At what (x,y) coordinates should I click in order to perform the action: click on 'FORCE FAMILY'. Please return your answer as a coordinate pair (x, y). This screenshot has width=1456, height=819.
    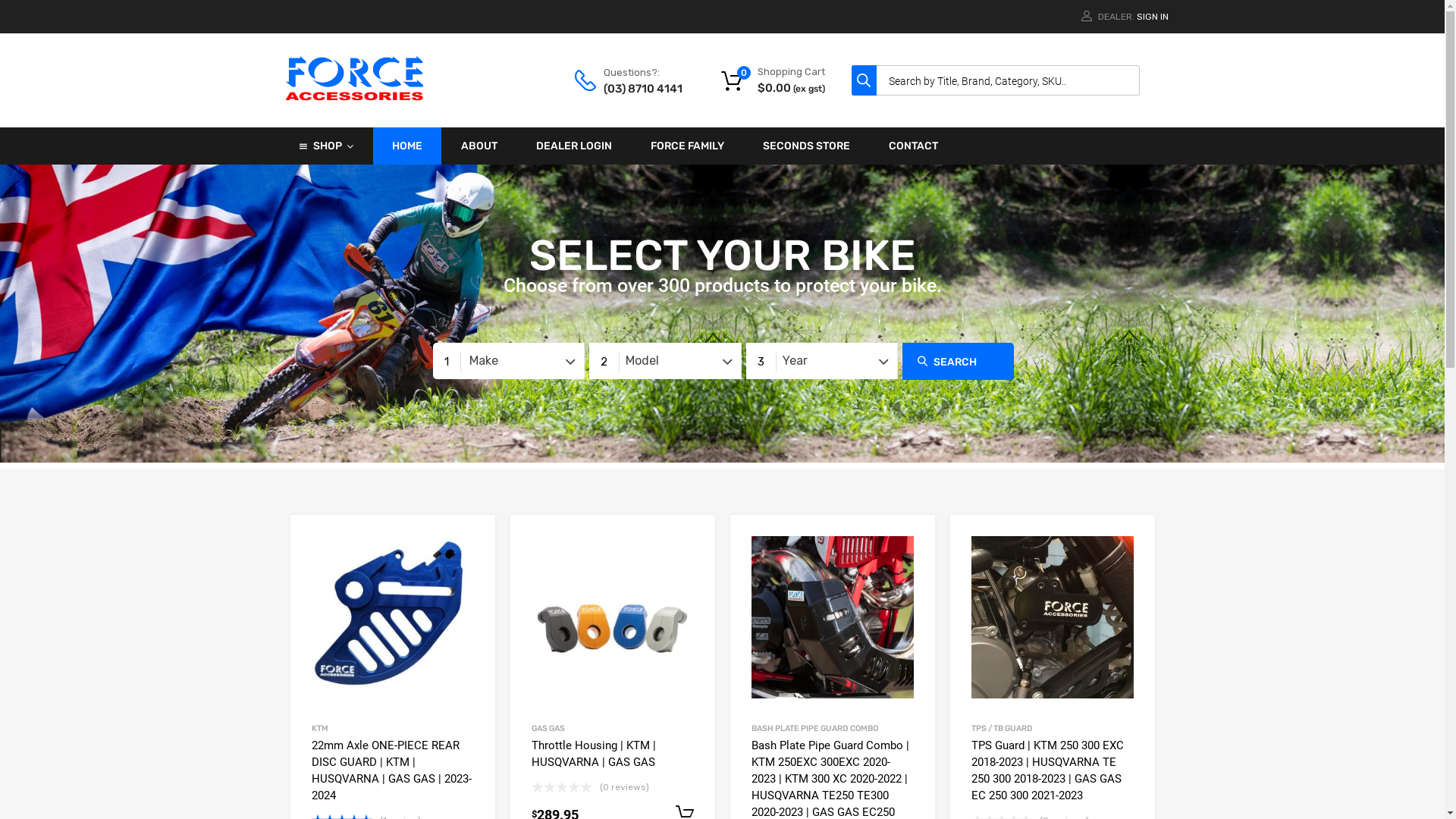
    Looking at the image, I should click on (686, 146).